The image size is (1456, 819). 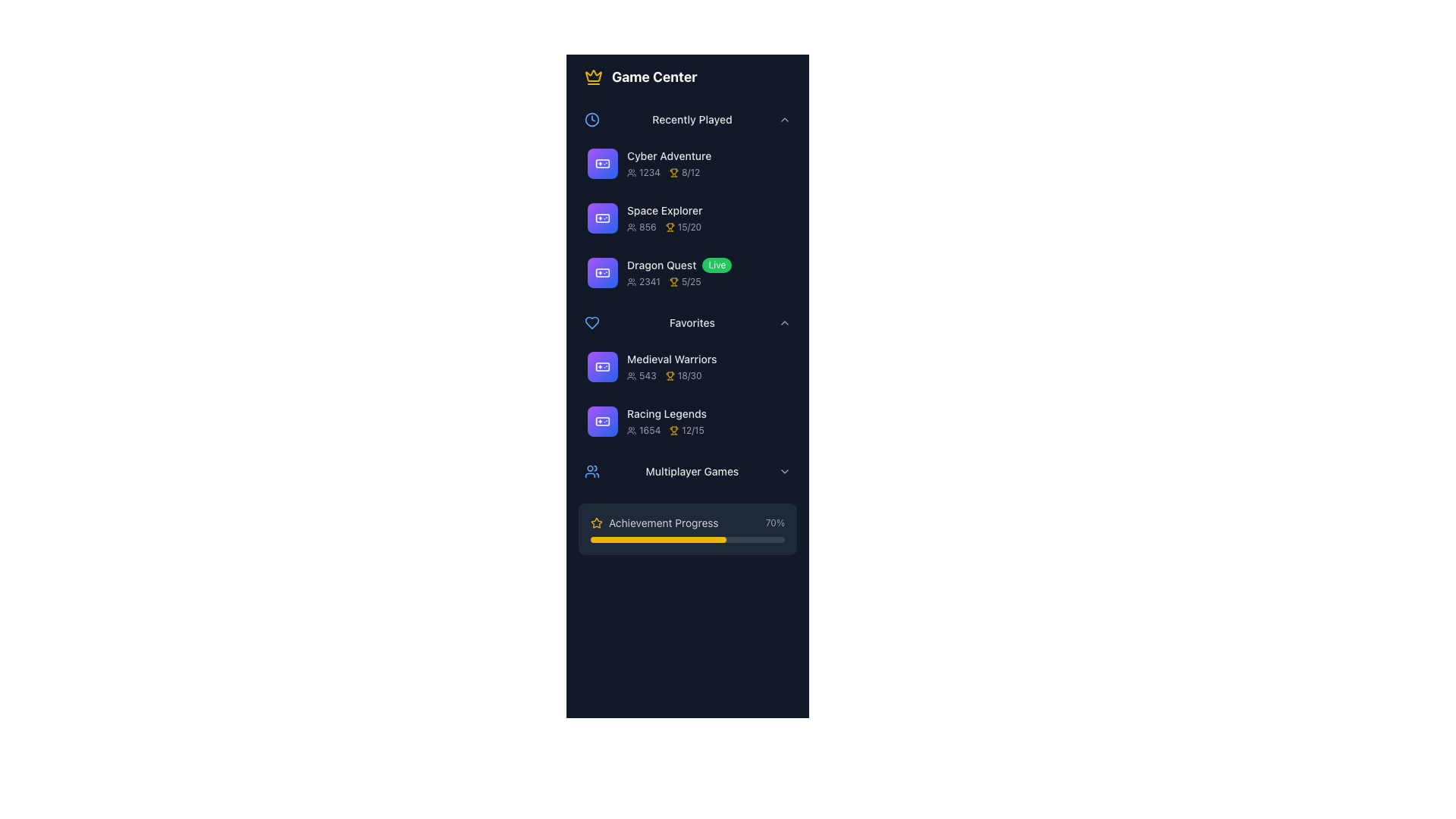 What do you see at coordinates (687, 421) in the screenshot?
I see `the 'Racing Legends' game entry list item located in the 'Favorites' section, which is the second item below 'Medieval Warriors'` at bounding box center [687, 421].